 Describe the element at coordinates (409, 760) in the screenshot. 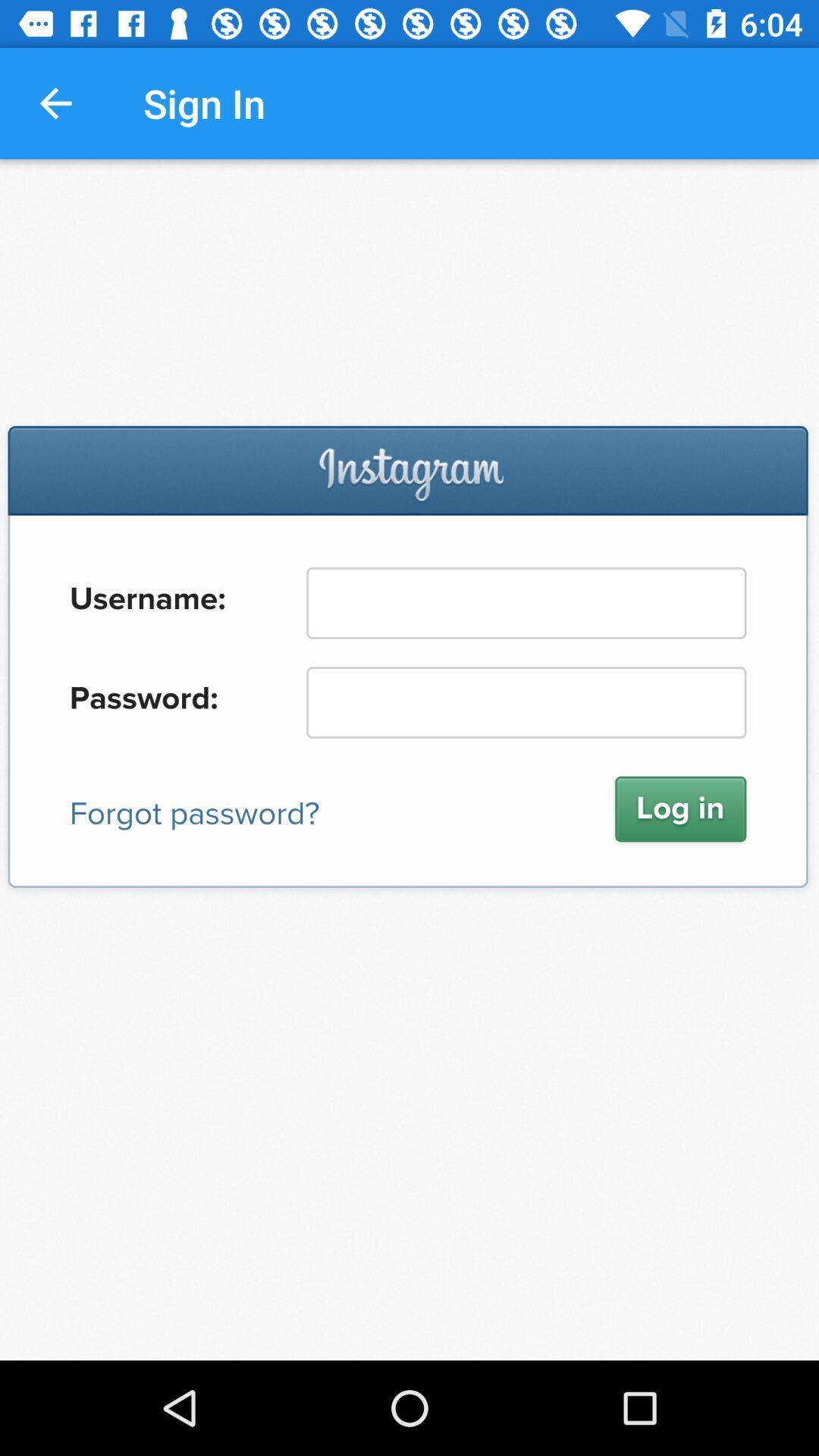

I see `log in` at that location.